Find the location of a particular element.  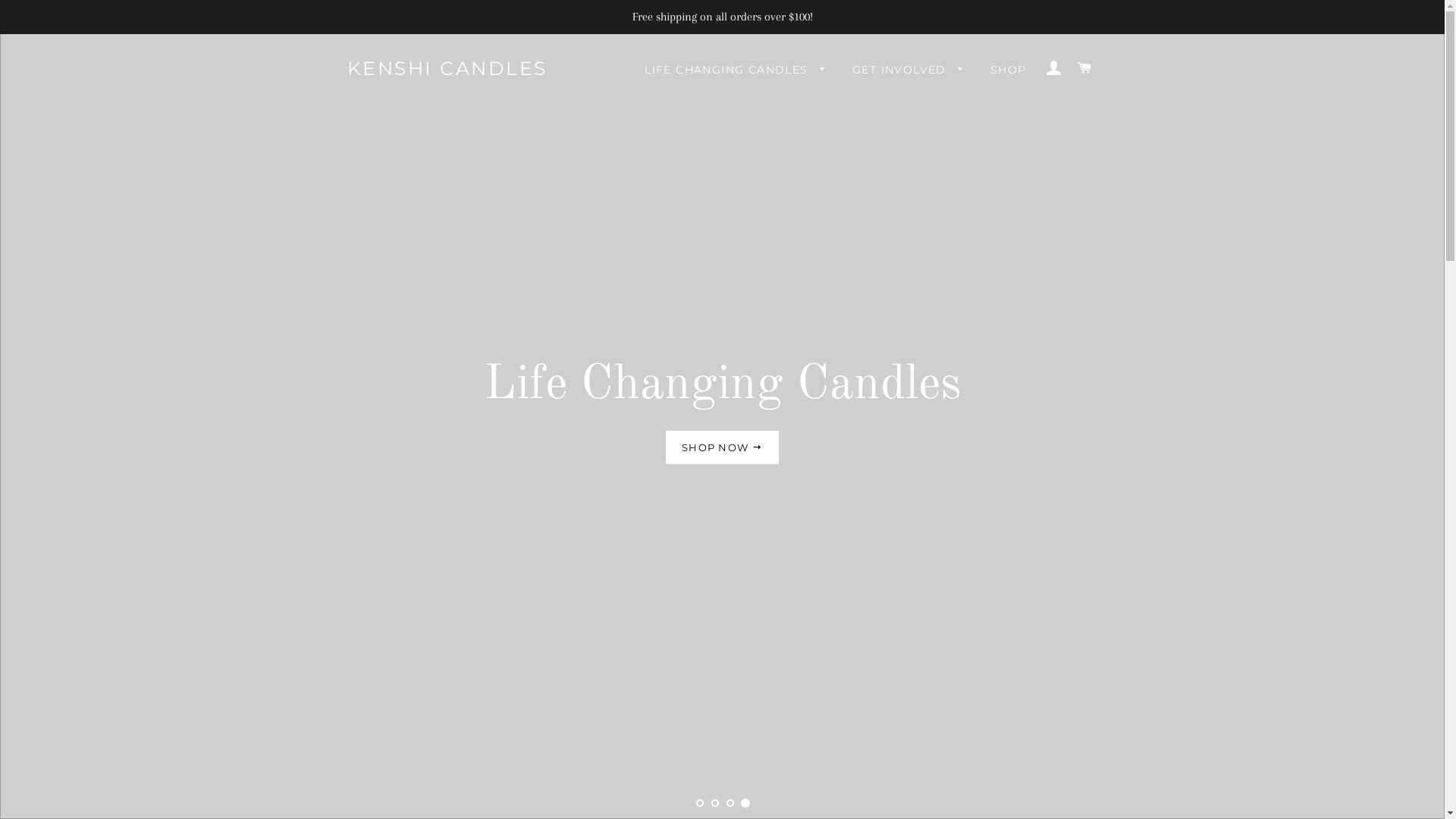

'GET INVOLVED' is located at coordinates (908, 70).